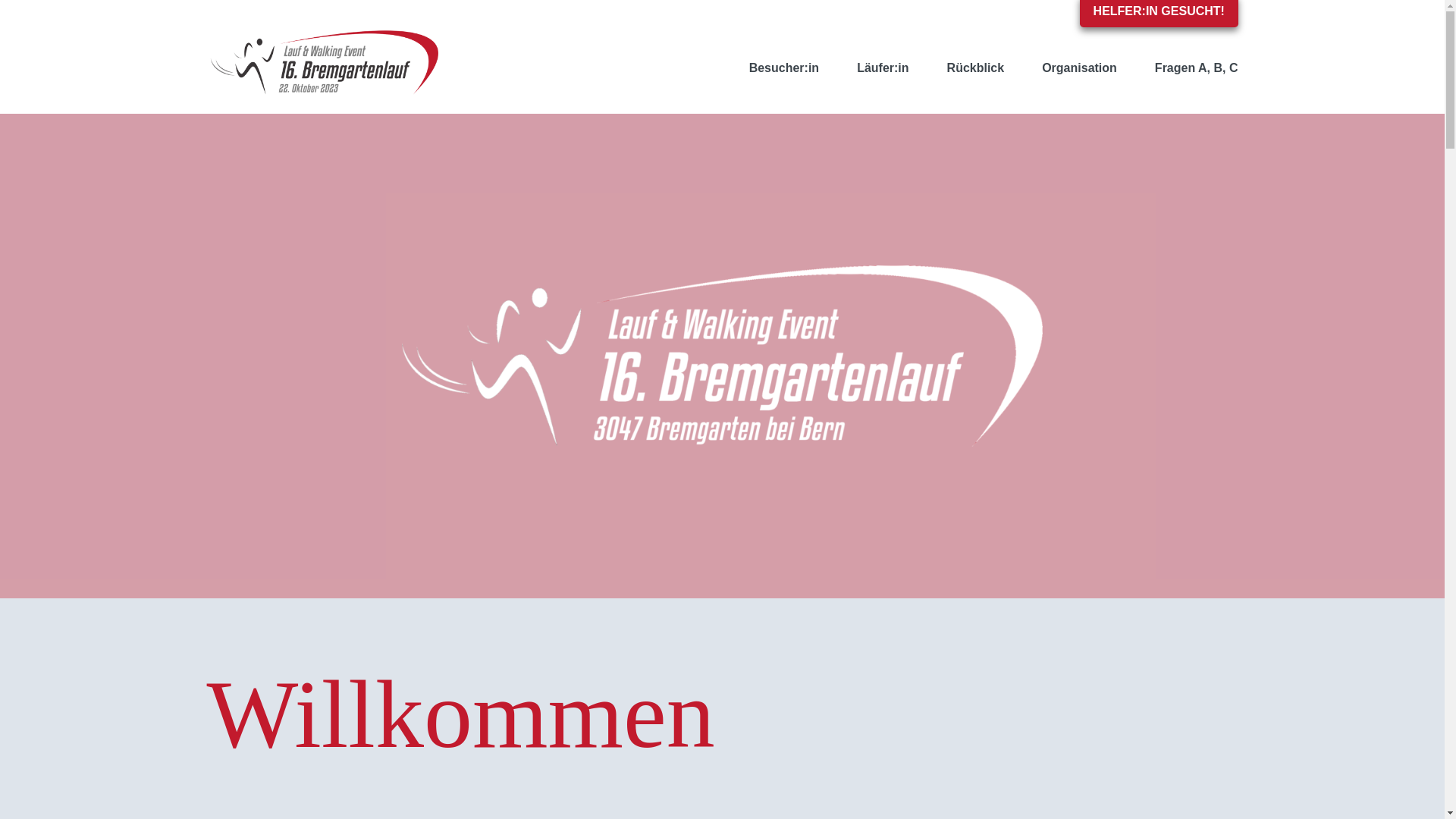  Describe the element at coordinates (783, 67) in the screenshot. I see `'Besucher:in'` at that location.